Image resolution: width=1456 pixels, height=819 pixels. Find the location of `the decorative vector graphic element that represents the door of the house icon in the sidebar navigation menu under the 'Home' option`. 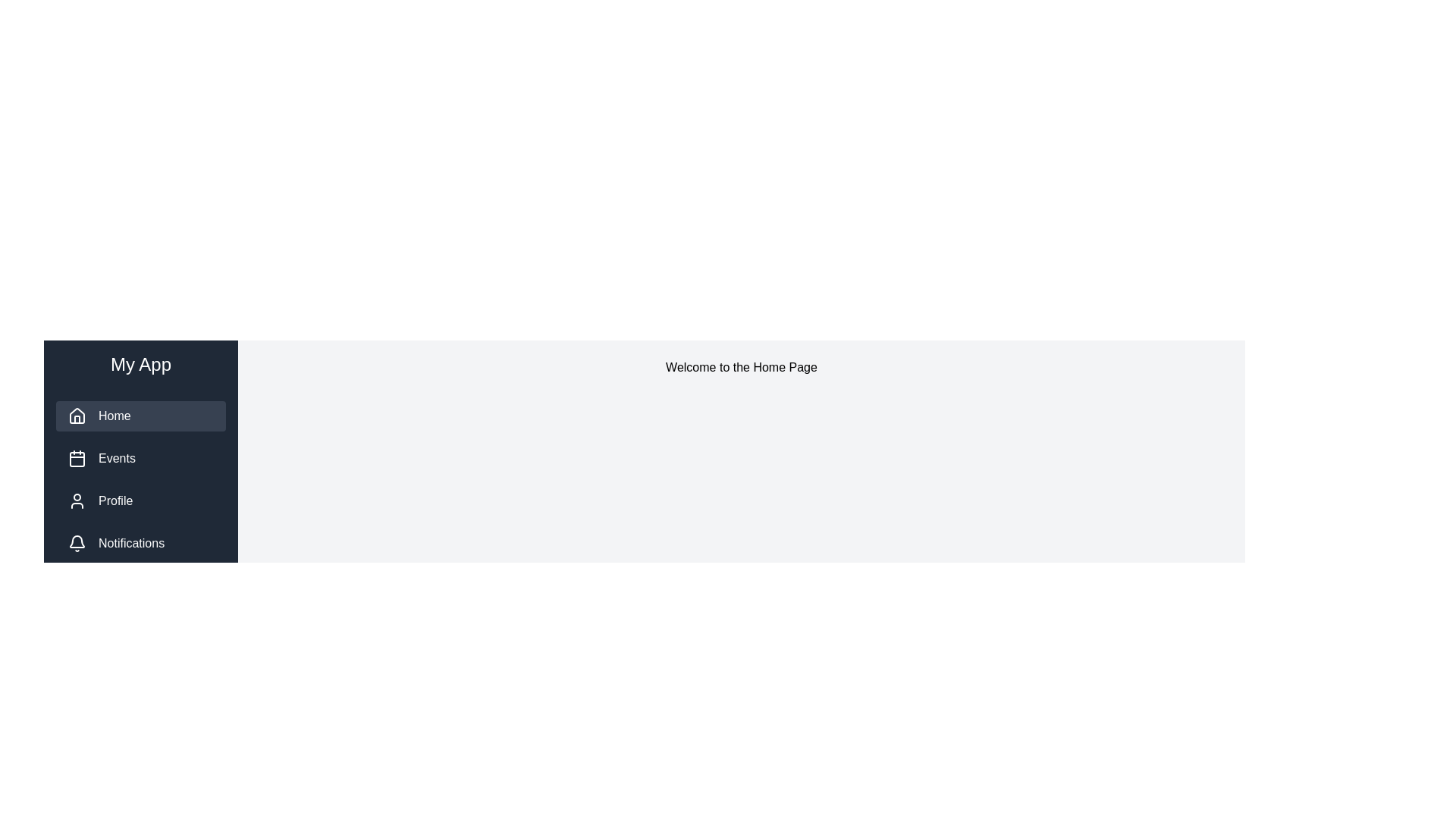

the decorative vector graphic element that represents the door of the house icon in the sidebar navigation menu under the 'Home' option is located at coordinates (76, 419).